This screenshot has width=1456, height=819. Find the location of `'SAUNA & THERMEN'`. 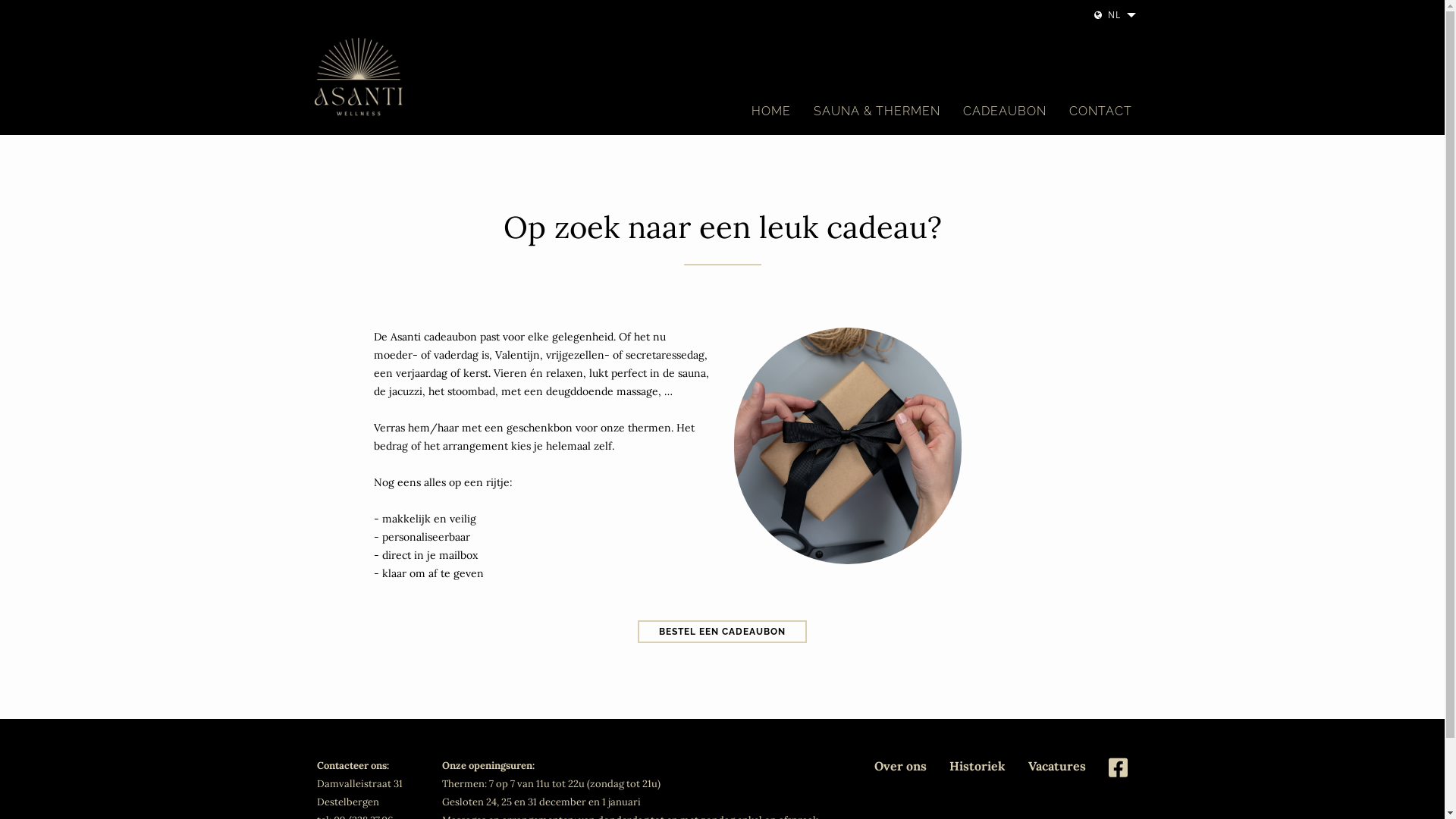

'SAUNA & THERMEN' is located at coordinates (877, 110).